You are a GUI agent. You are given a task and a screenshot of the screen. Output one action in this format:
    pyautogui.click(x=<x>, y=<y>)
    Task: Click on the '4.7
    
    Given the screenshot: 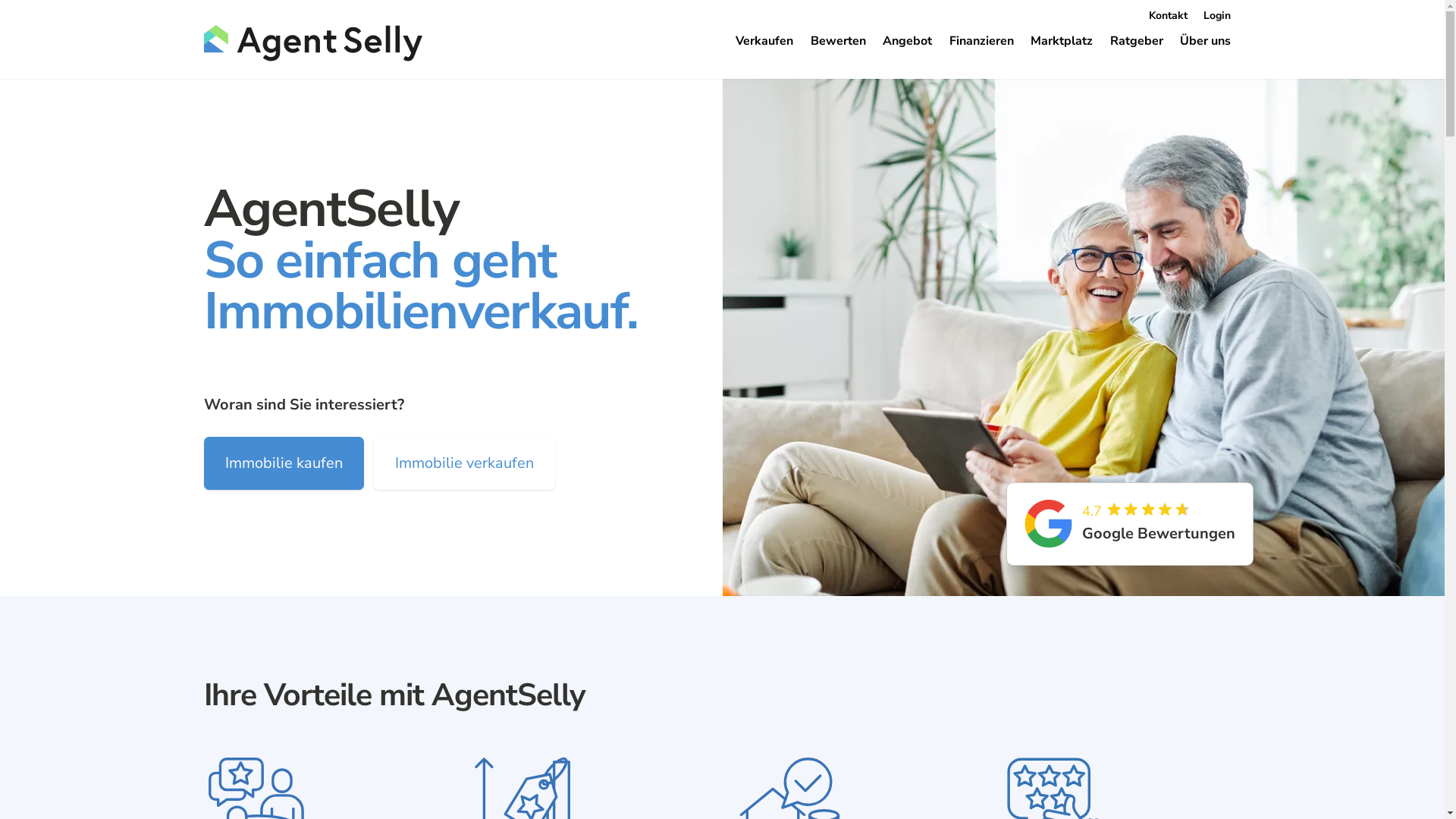 What is the action you would take?
    pyautogui.click(x=1129, y=522)
    